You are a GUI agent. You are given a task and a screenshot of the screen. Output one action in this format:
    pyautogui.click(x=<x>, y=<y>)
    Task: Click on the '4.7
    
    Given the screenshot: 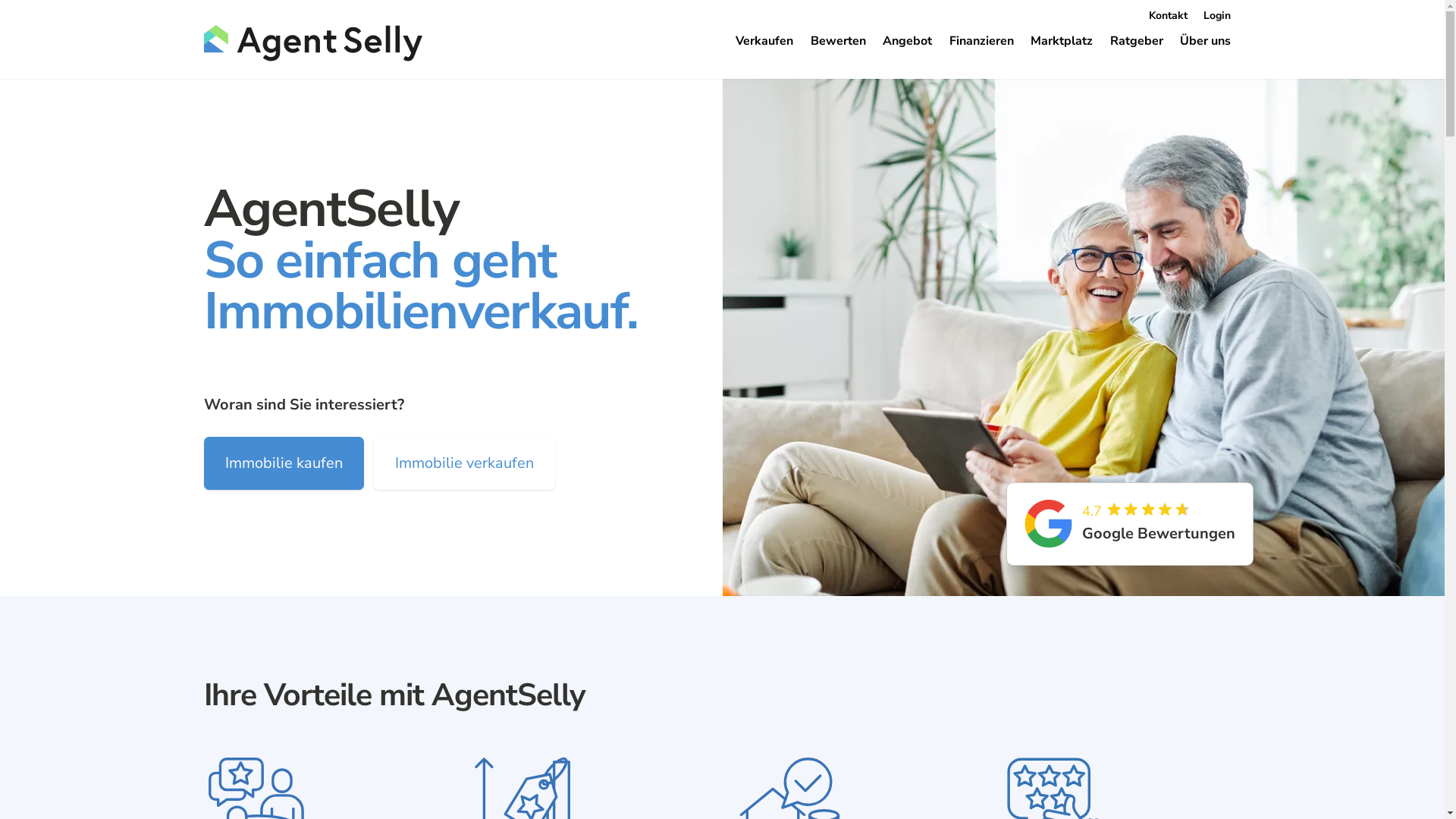 What is the action you would take?
    pyautogui.click(x=1129, y=522)
    